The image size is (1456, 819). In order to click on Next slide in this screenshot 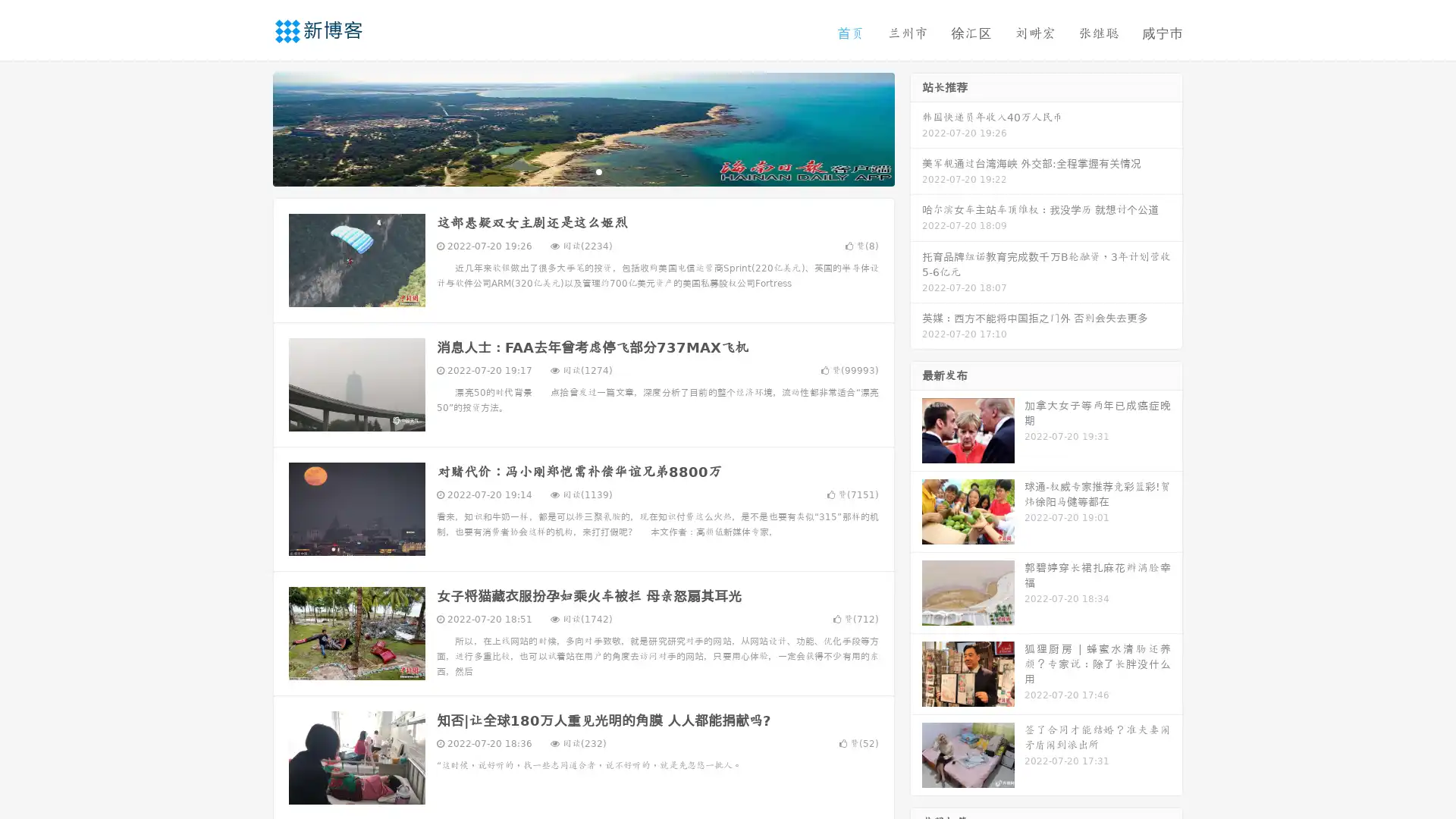, I will do `click(916, 127)`.